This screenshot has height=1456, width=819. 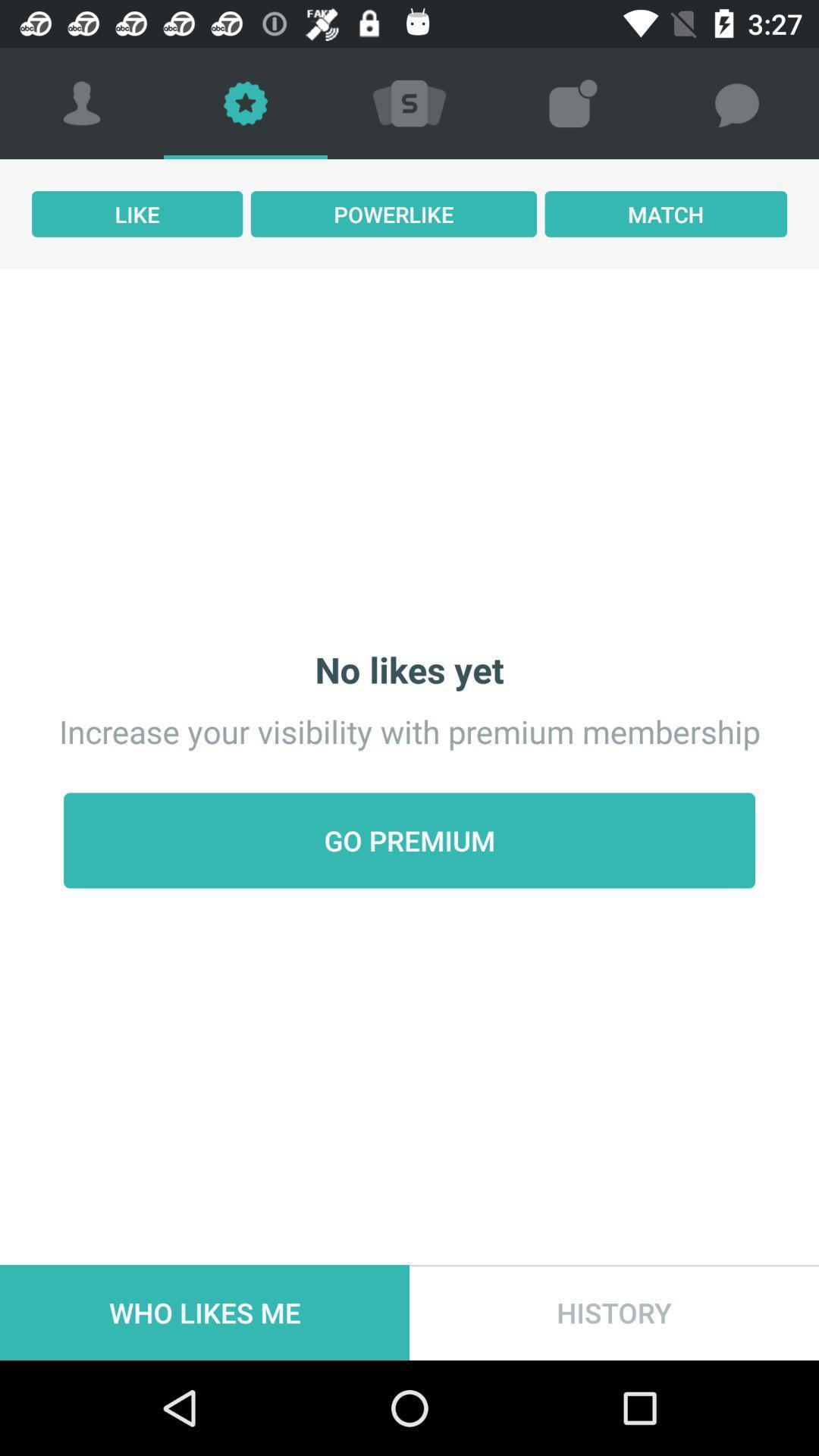 What do you see at coordinates (614, 1312) in the screenshot?
I see `history` at bounding box center [614, 1312].